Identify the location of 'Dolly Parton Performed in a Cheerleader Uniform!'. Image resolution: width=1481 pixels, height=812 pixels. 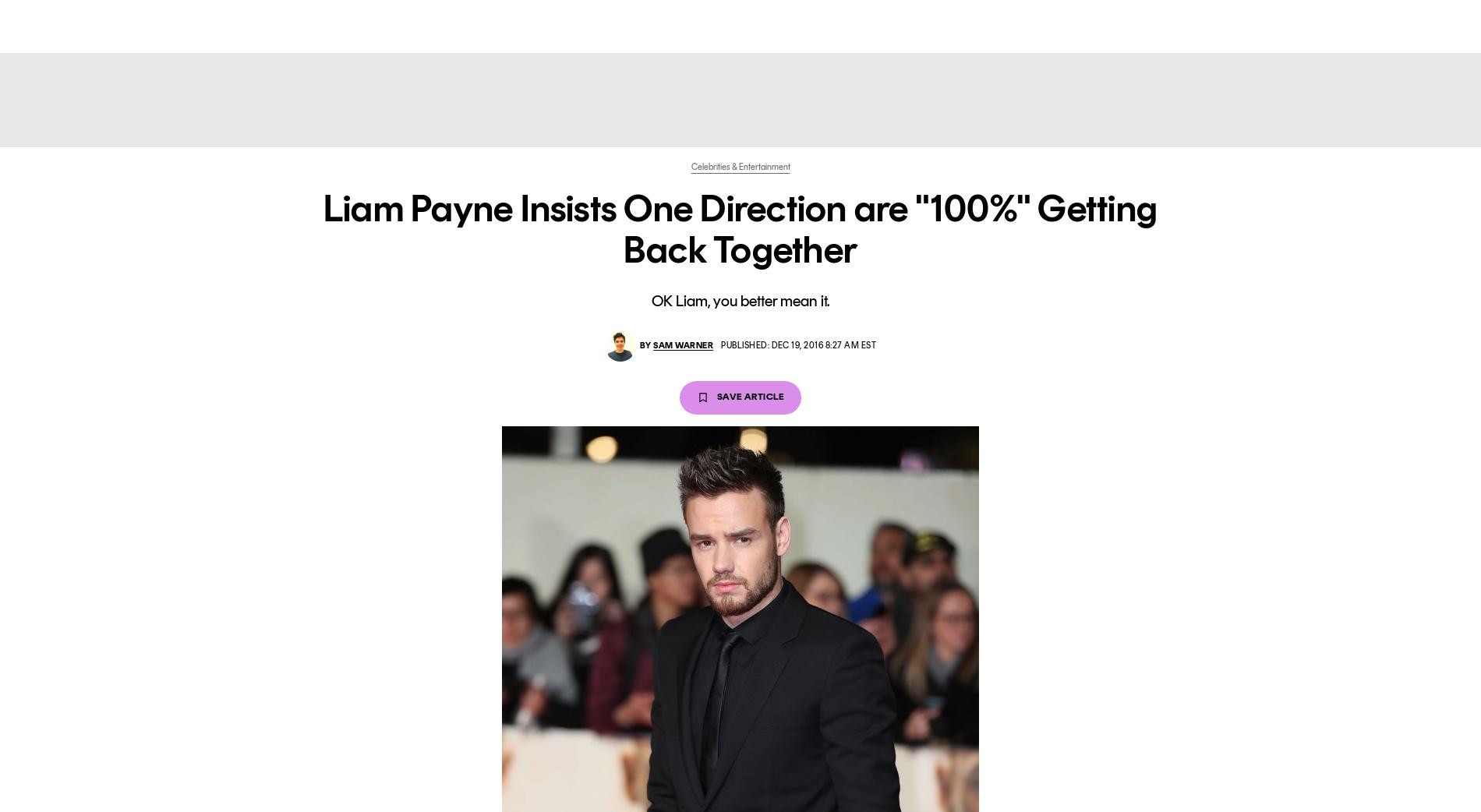
(396, 601).